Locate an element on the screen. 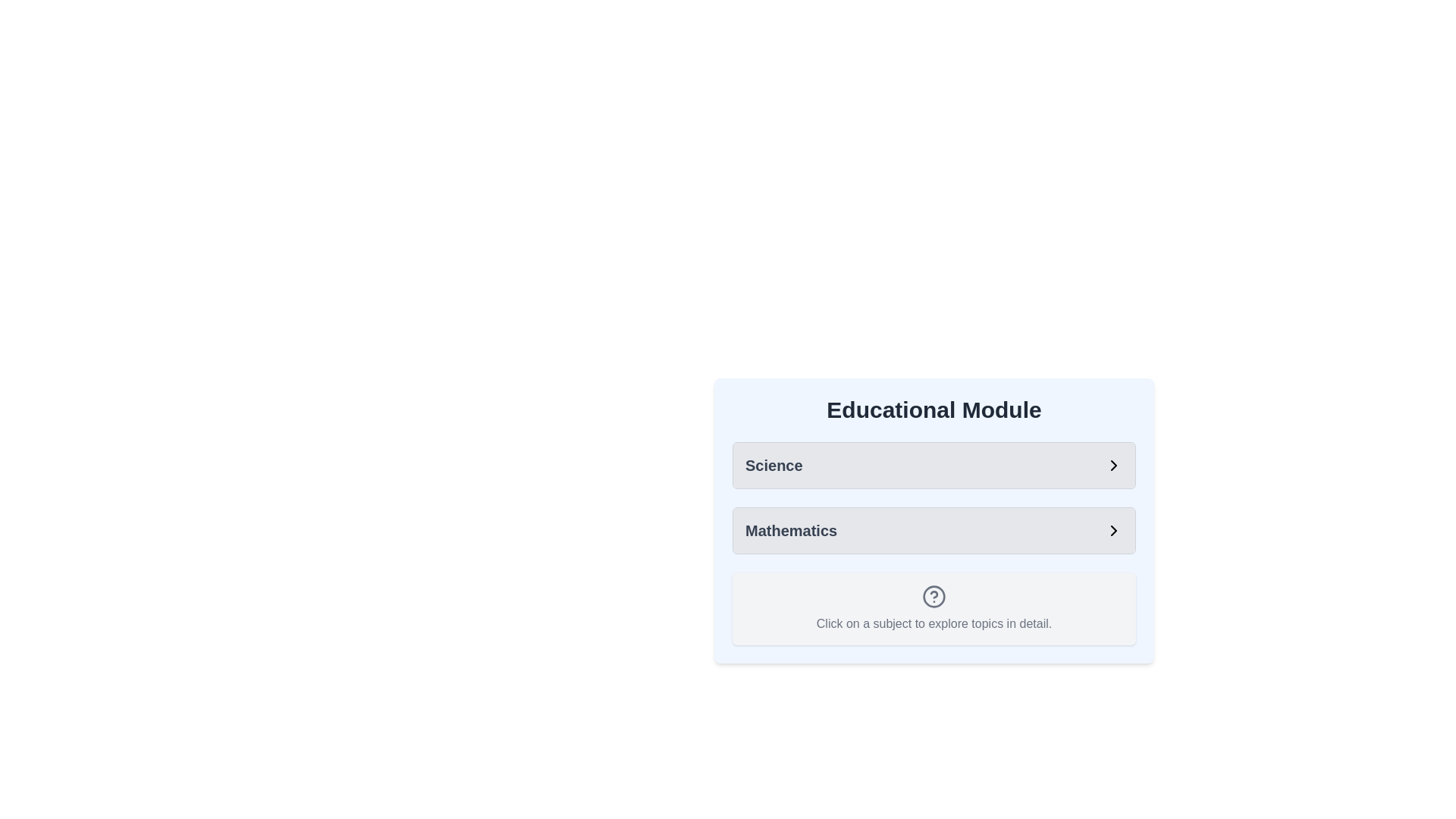 This screenshot has height=819, width=1456. the static text label displaying 'Mathematics', which is located below the 'Science' label in the educational topics row is located at coordinates (790, 529).